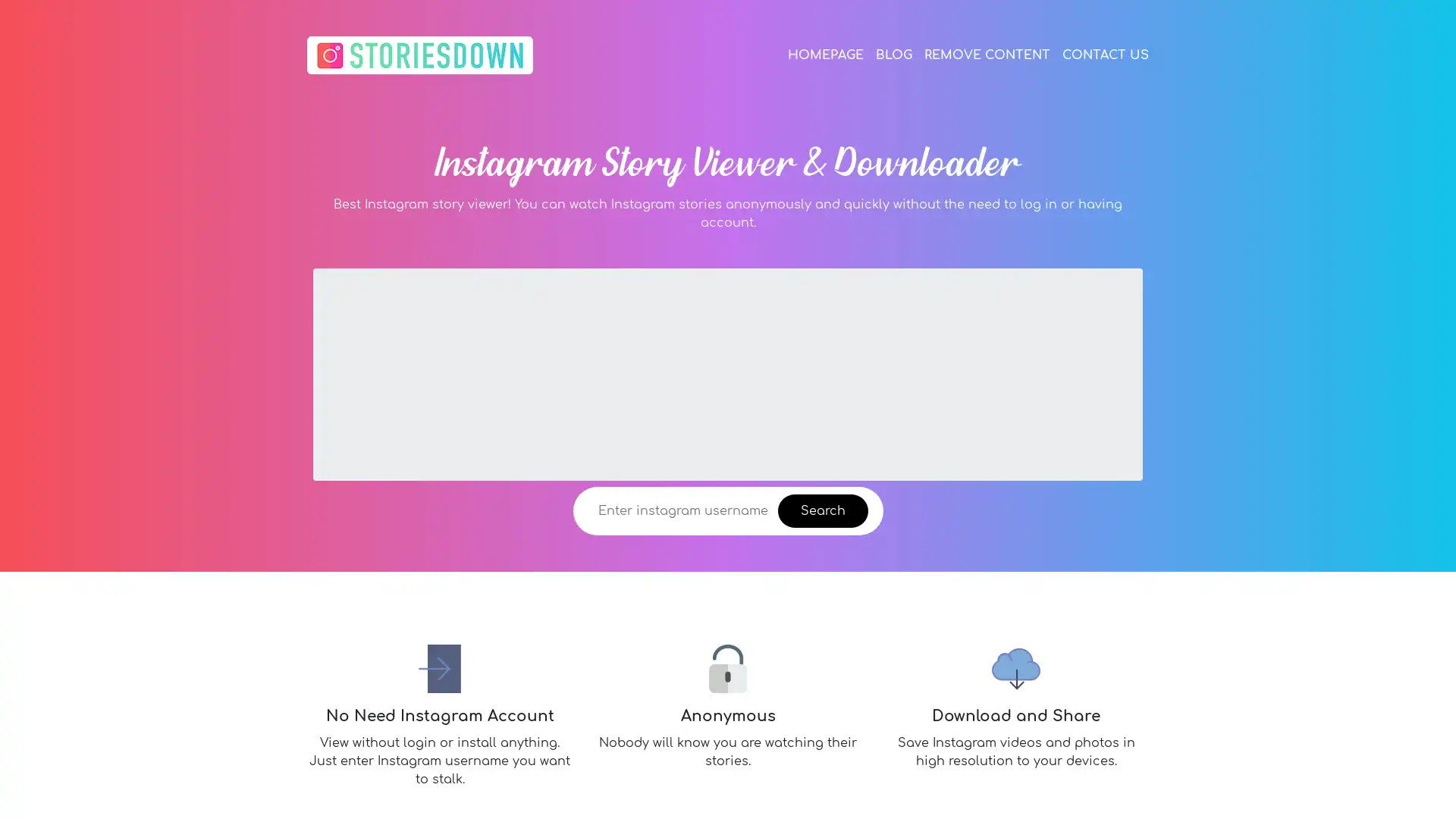 The height and width of the screenshot is (819, 1456). What do you see at coordinates (821, 511) in the screenshot?
I see `Search` at bounding box center [821, 511].